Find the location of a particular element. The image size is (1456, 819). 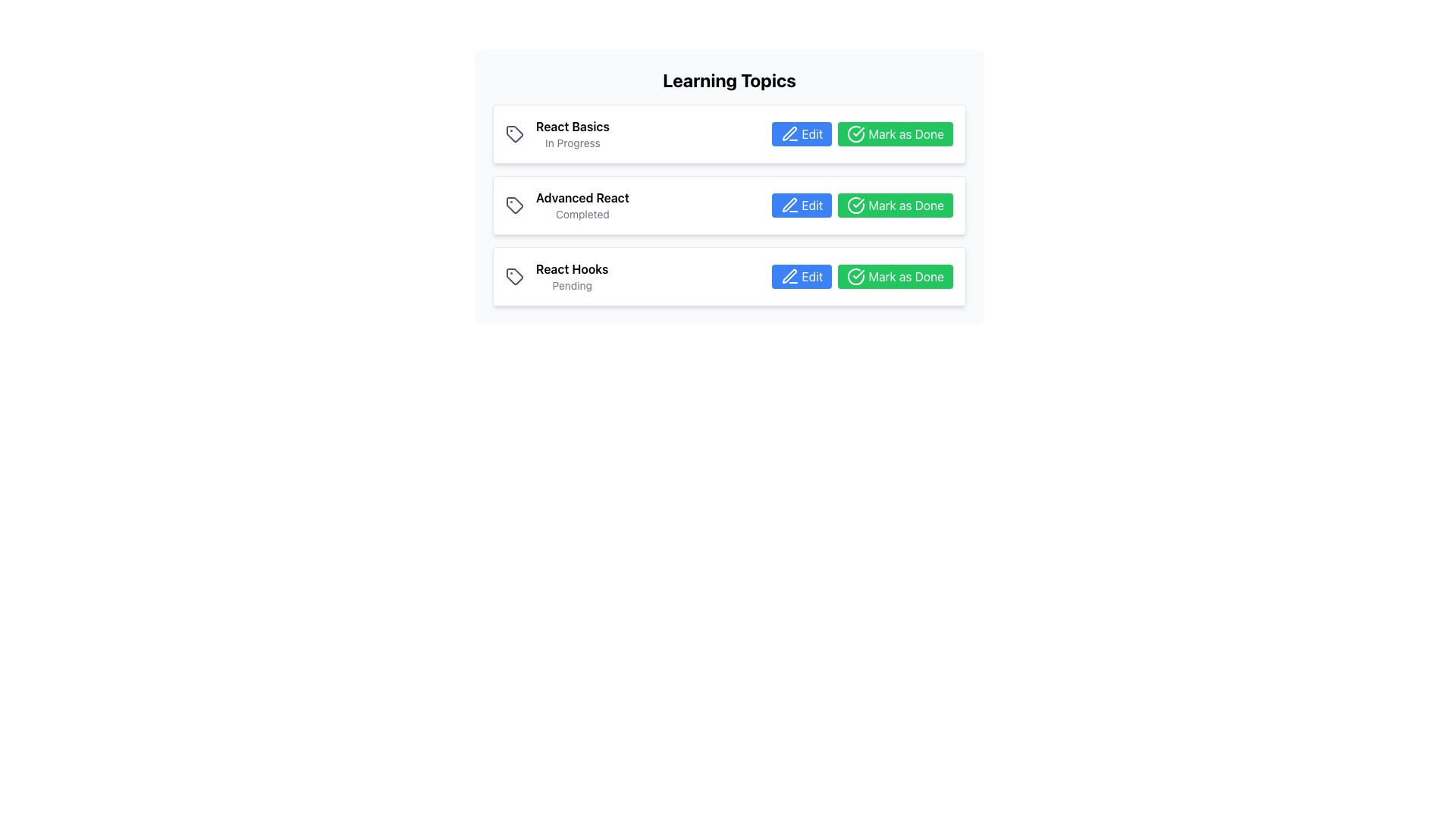

the small icon resembling a tag symbol with a gray outline located at the start of the 'React Basics' row under the 'Learning Topics' heading is located at coordinates (514, 133).